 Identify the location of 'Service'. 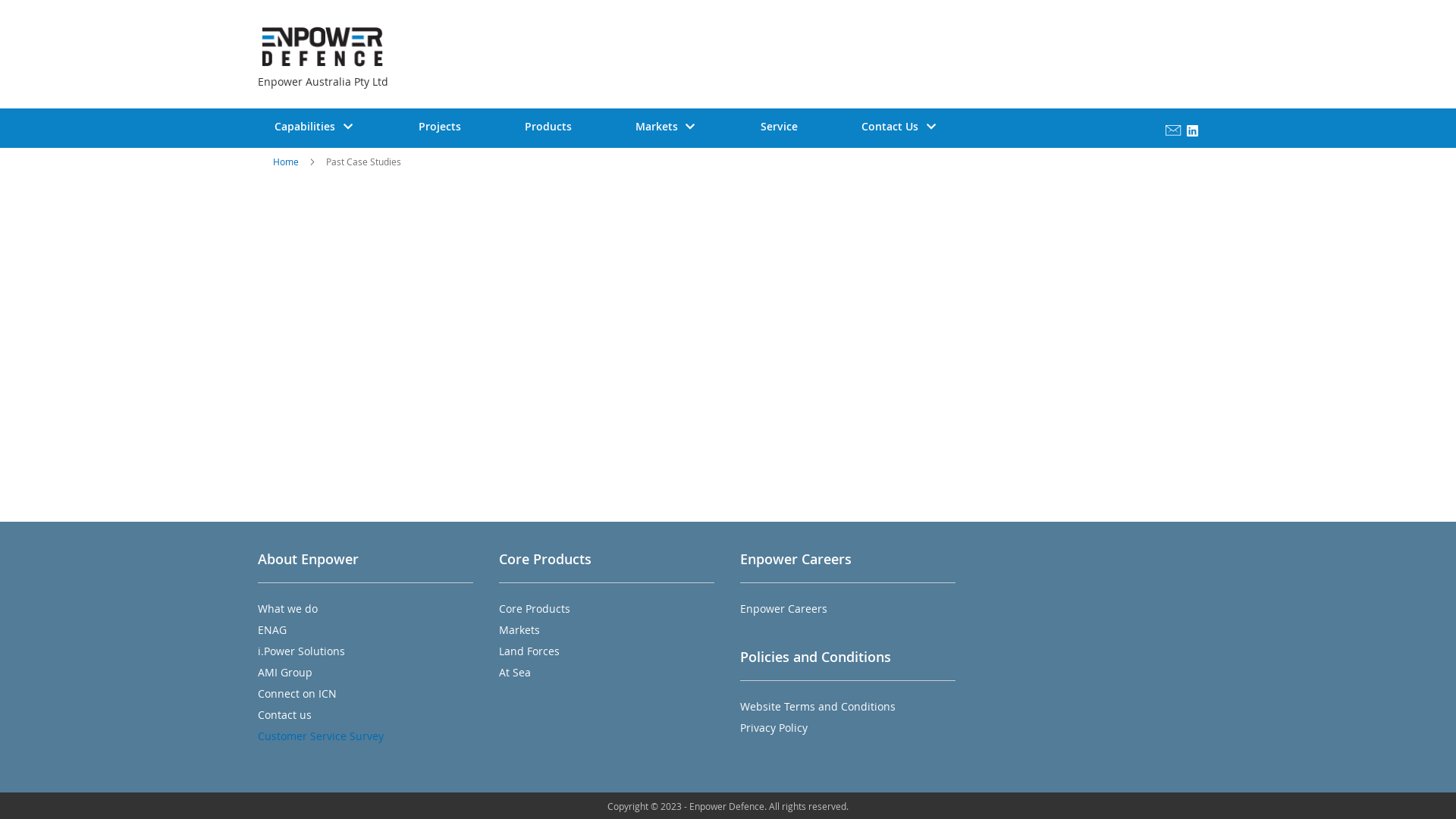
(728, 125).